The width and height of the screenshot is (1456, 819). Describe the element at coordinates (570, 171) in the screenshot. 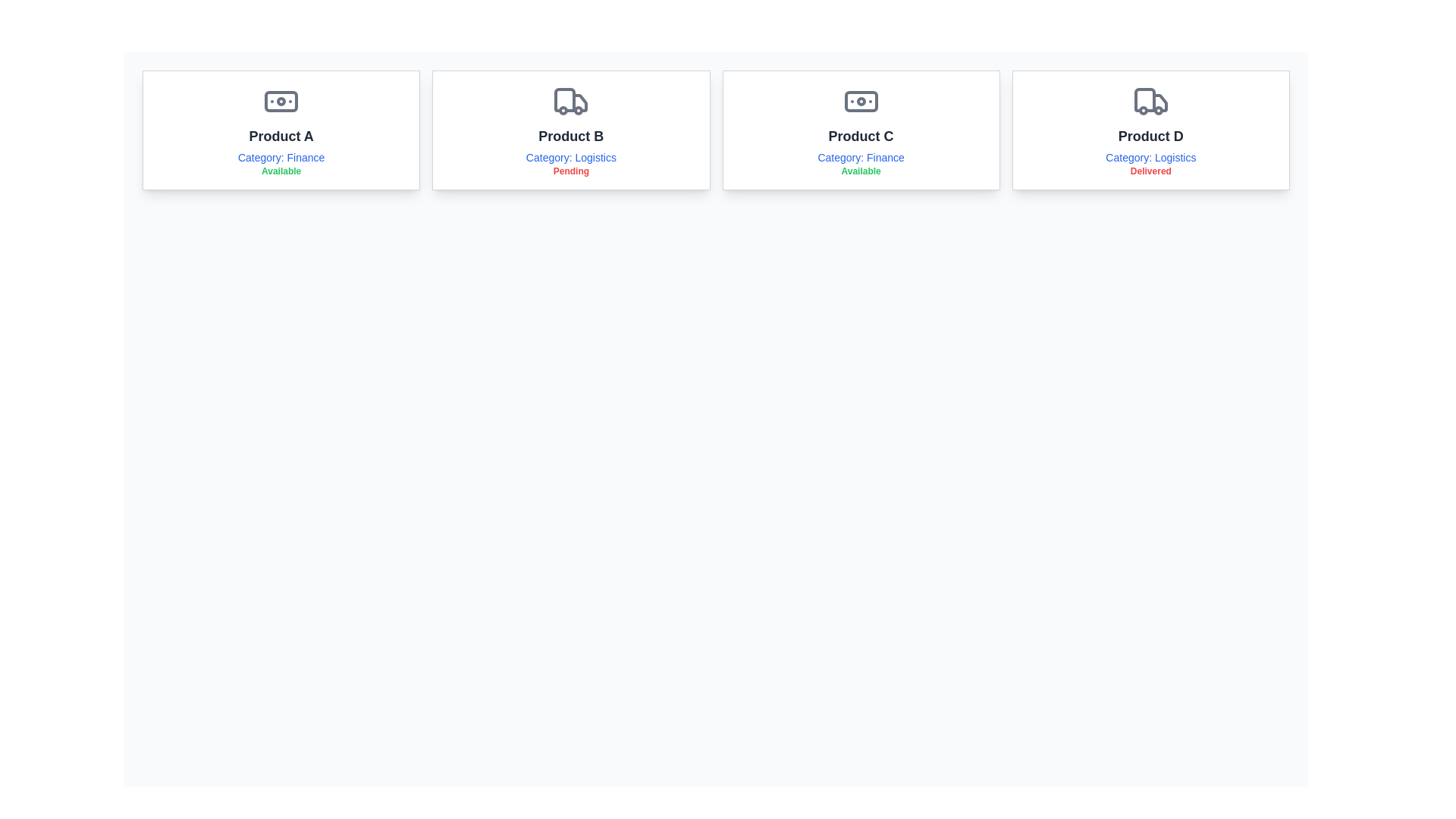

I see `the text label indicating the status of 'Product B' as 'Pending', located at the bottom section of the card below the category information 'Category: Logistics'` at that location.